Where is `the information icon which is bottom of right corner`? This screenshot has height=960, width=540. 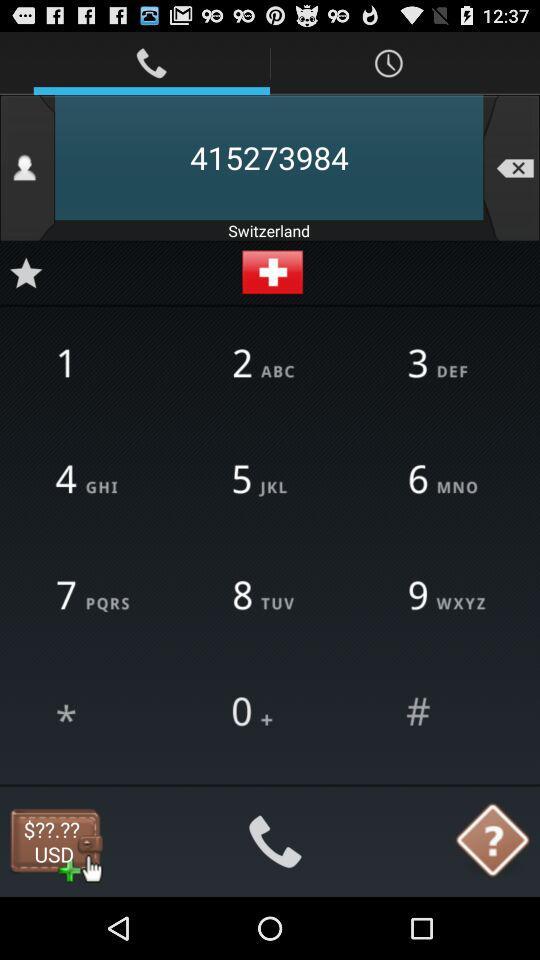
the information icon which is bottom of right corner is located at coordinates (492, 841).